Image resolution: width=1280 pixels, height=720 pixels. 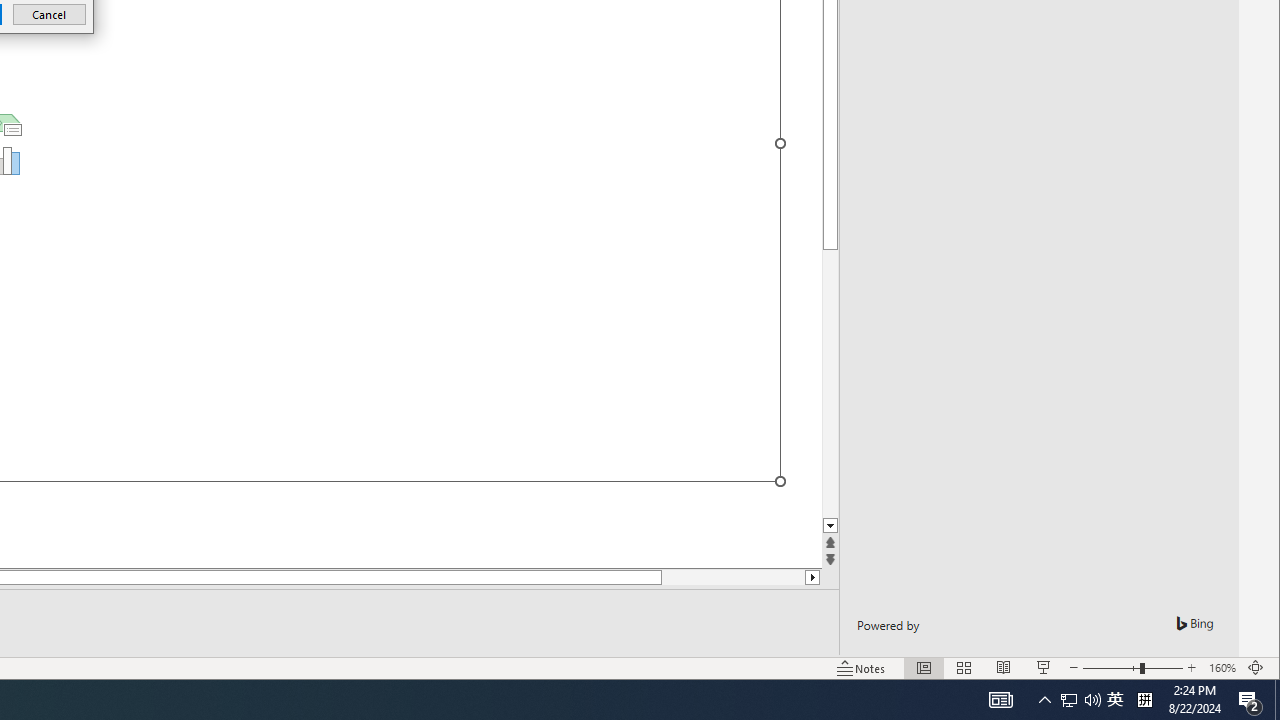 What do you see at coordinates (1221, 668) in the screenshot?
I see `'Zoom 160%'` at bounding box center [1221, 668].